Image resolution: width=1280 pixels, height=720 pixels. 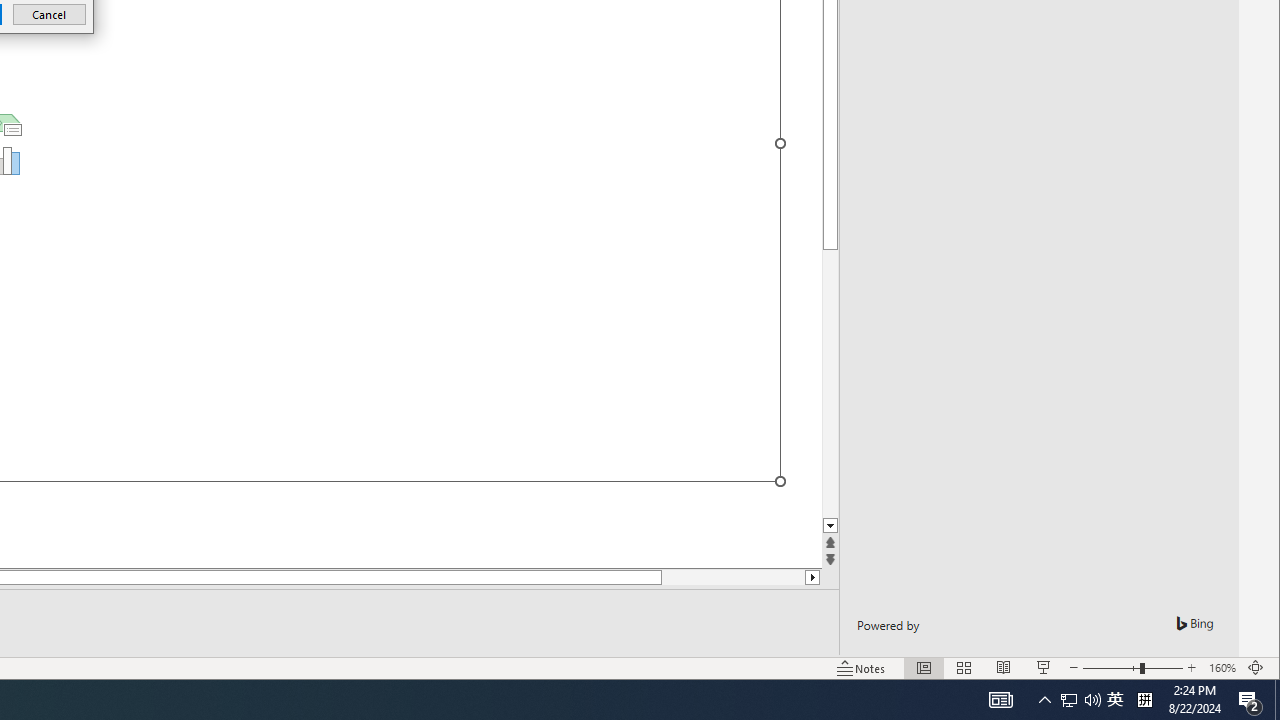 What do you see at coordinates (1221, 668) in the screenshot?
I see `'Zoom 160%'` at bounding box center [1221, 668].